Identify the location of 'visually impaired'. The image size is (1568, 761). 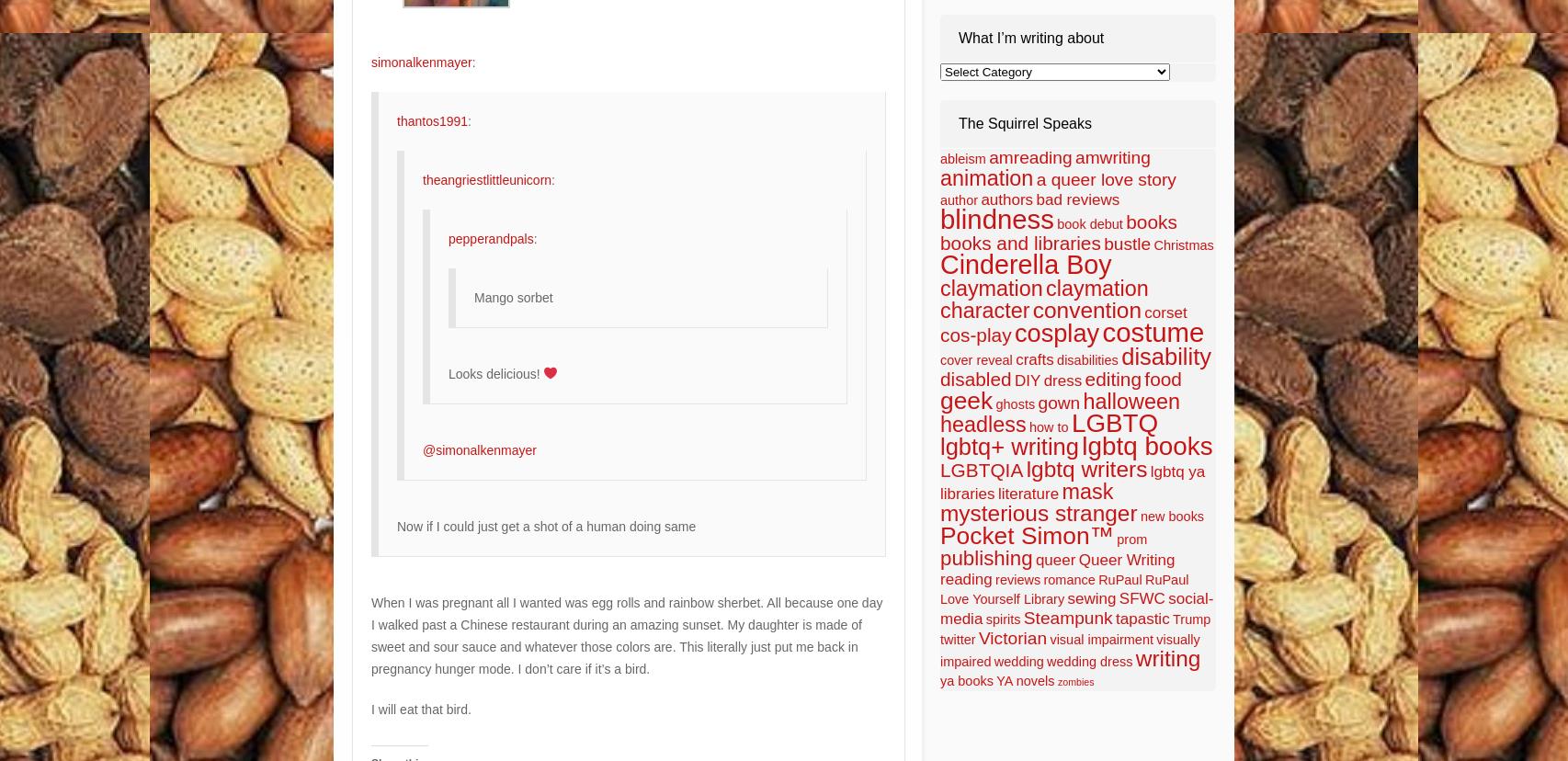
(1070, 651).